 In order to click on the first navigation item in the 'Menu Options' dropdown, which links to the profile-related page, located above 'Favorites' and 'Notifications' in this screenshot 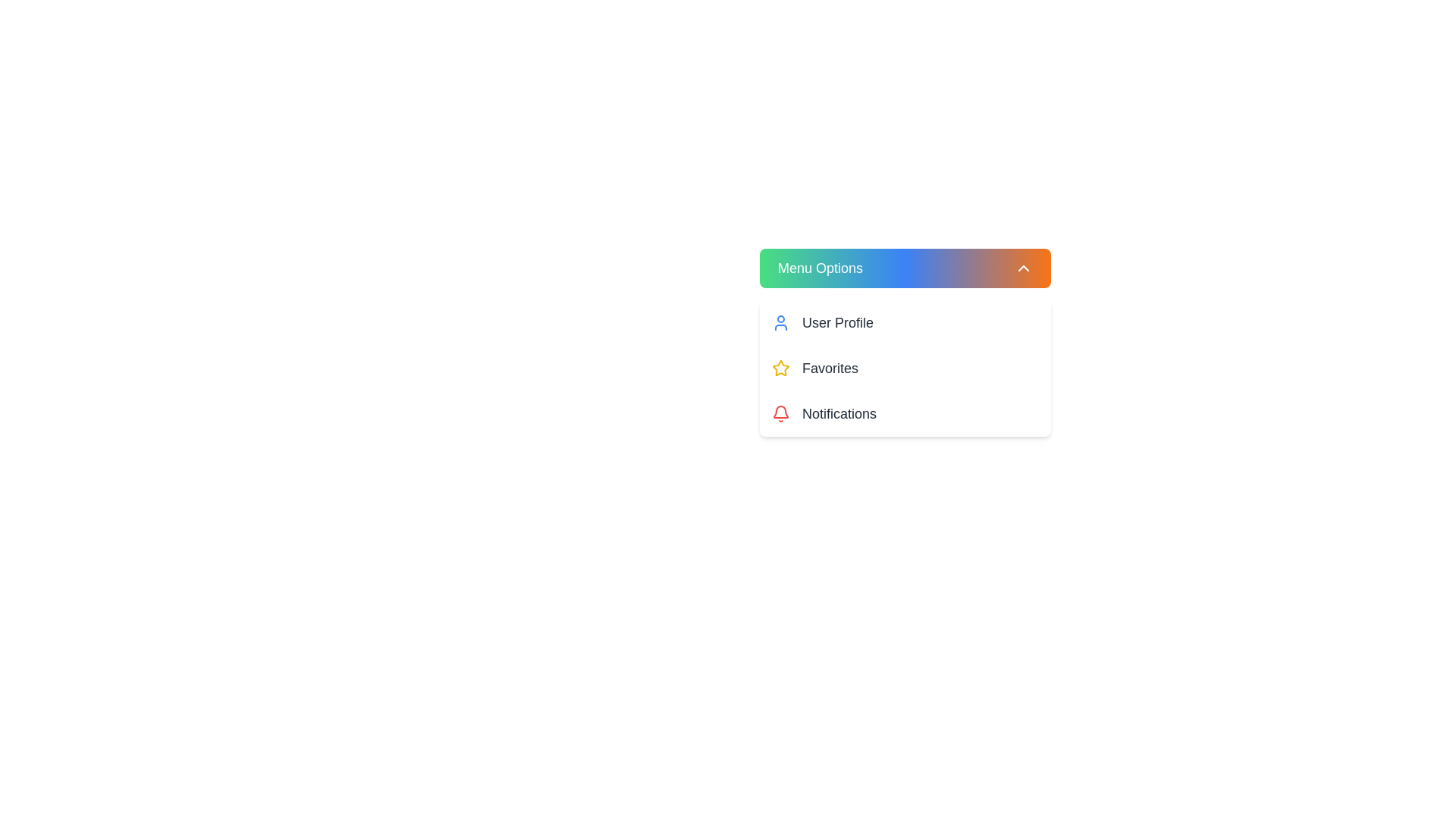, I will do `click(905, 322)`.